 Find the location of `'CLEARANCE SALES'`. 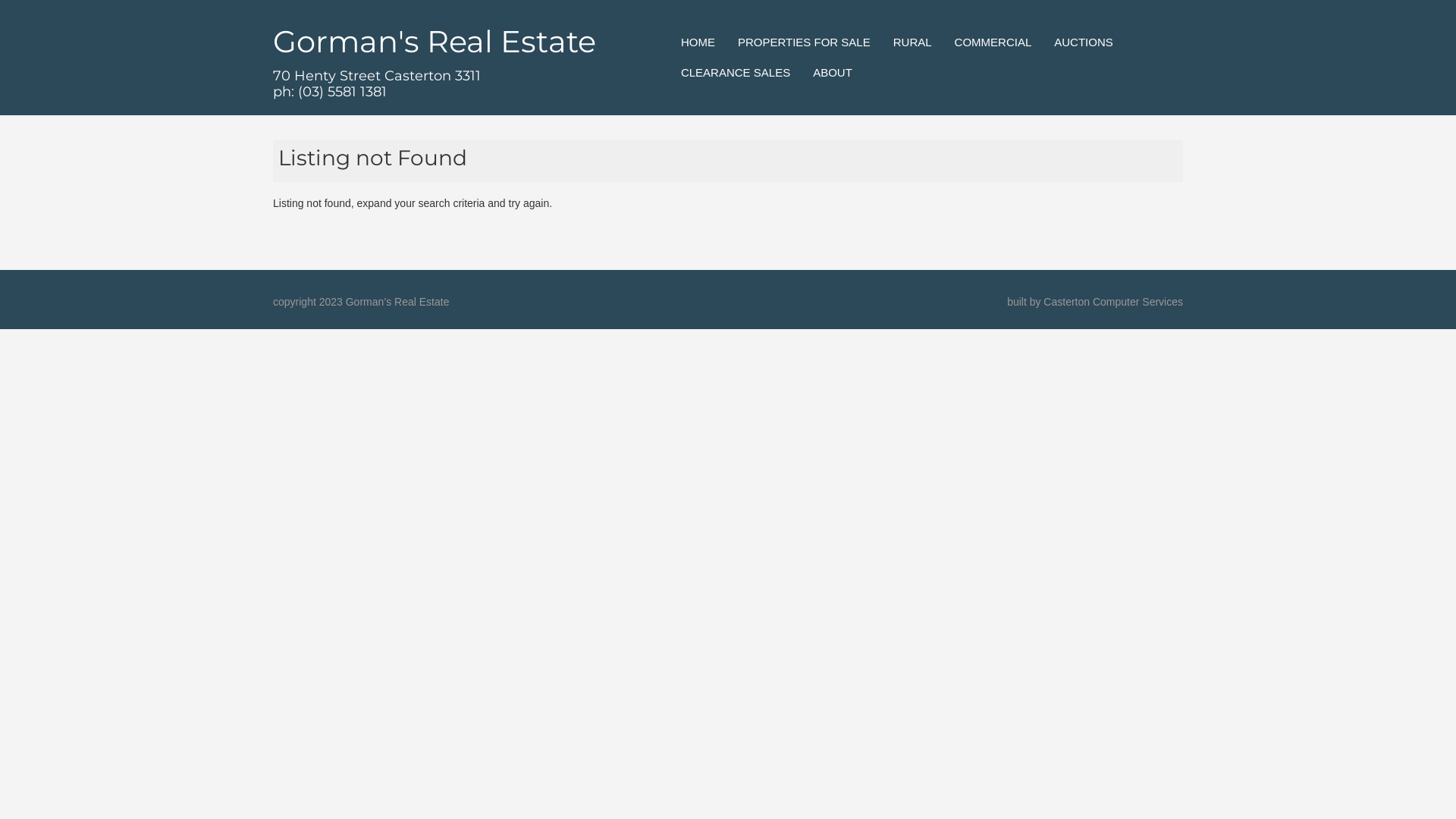

'CLEARANCE SALES' is located at coordinates (735, 73).